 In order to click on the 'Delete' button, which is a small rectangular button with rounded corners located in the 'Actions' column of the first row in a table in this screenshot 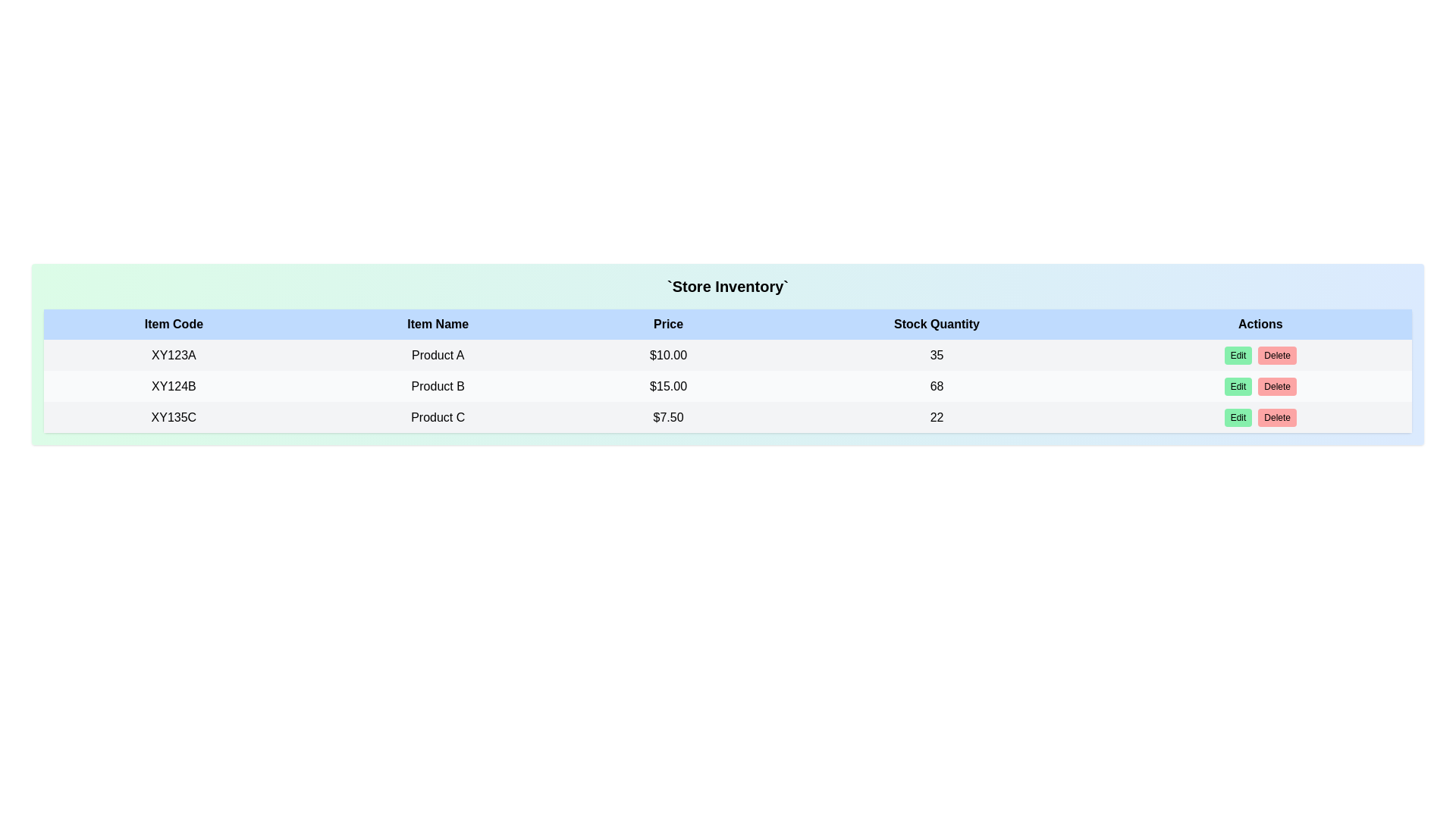, I will do `click(1276, 356)`.